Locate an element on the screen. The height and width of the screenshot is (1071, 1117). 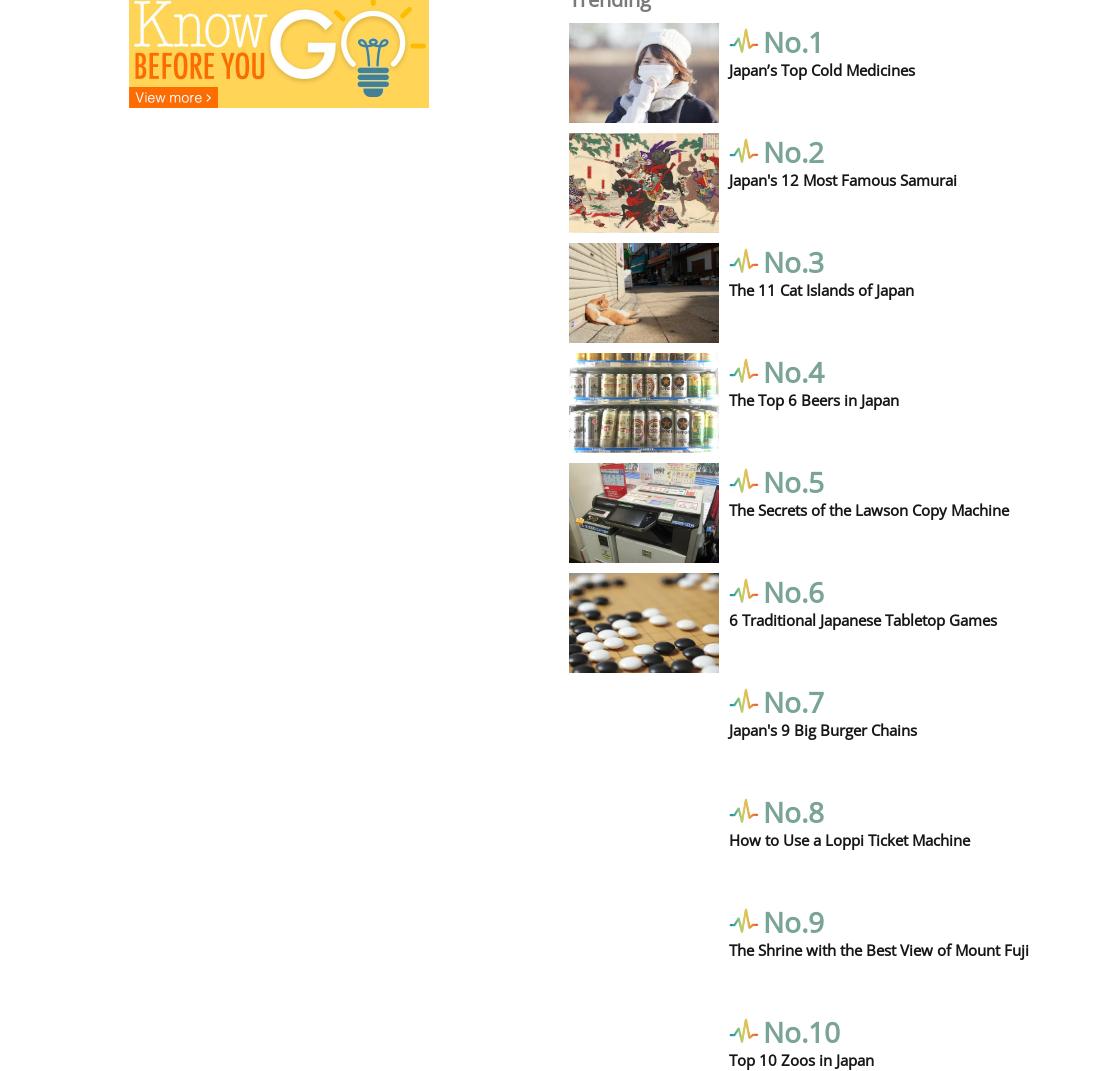
'No.8' is located at coordinates (792, 809).